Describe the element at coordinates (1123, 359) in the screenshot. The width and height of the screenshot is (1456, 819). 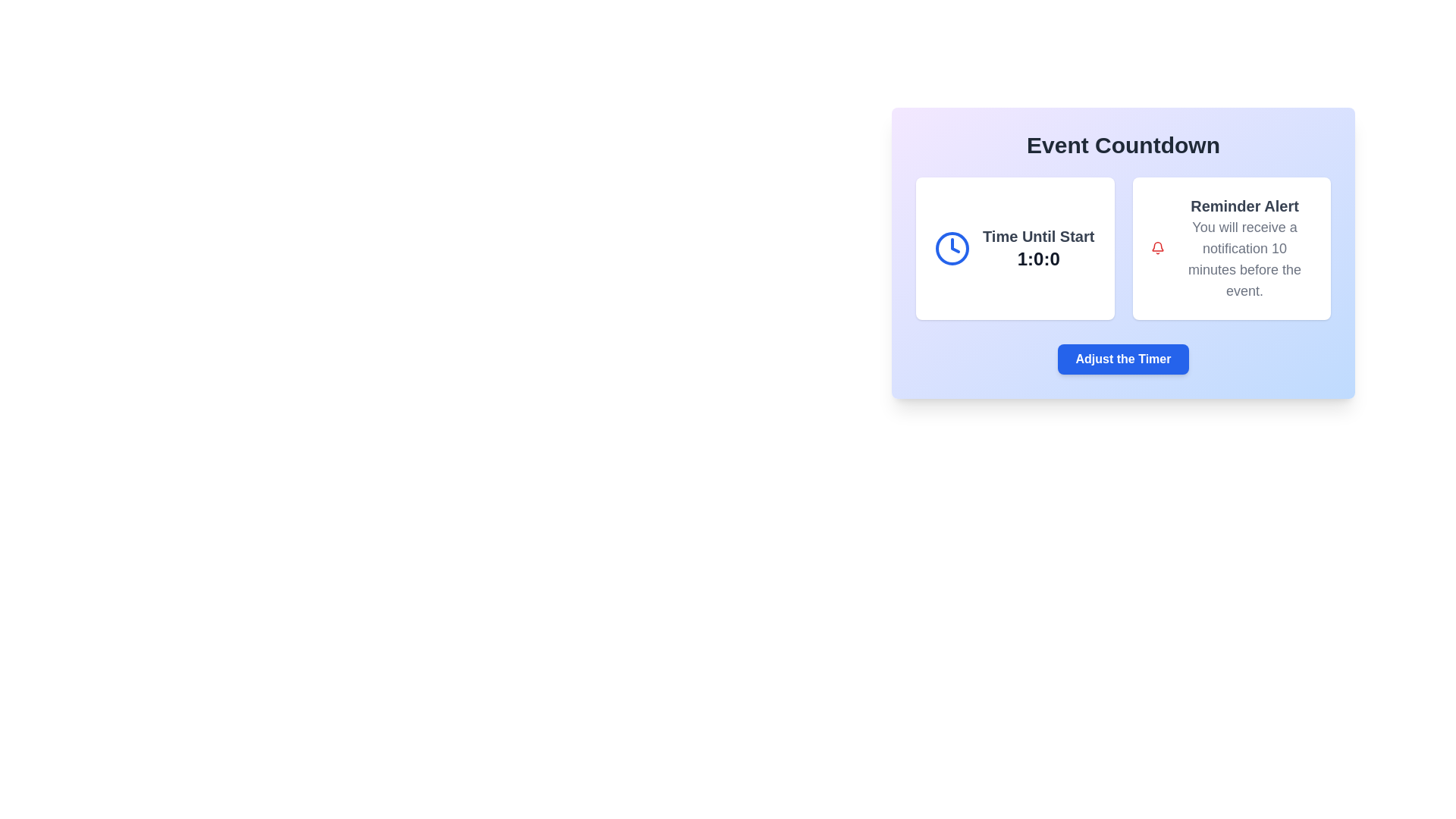
I see `the 'Adjust the Timer' button located at the bottom of the 'Event Countdown' card` at that location.